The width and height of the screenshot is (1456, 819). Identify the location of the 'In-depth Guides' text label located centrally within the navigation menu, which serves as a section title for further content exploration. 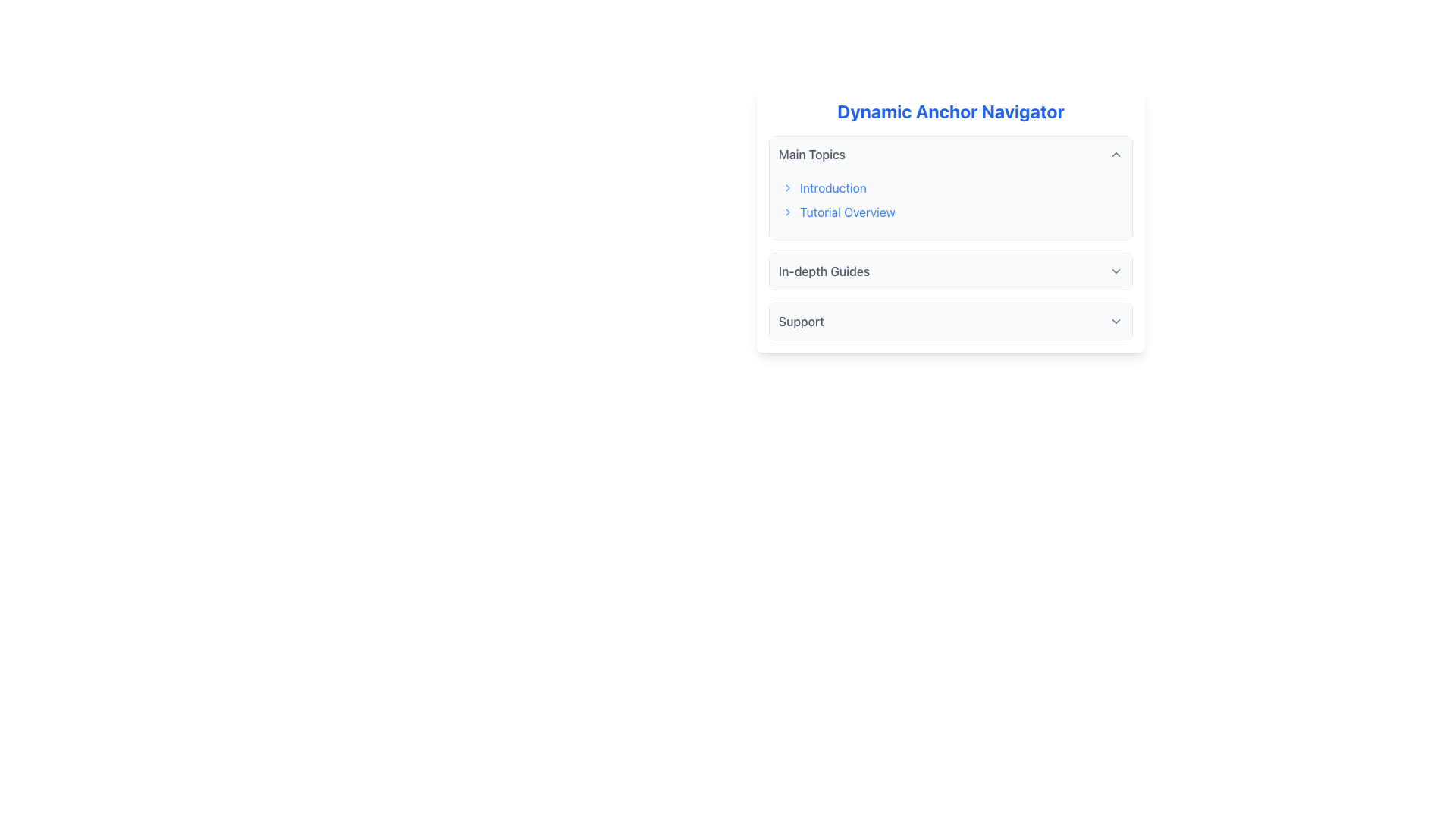
(824, 271).